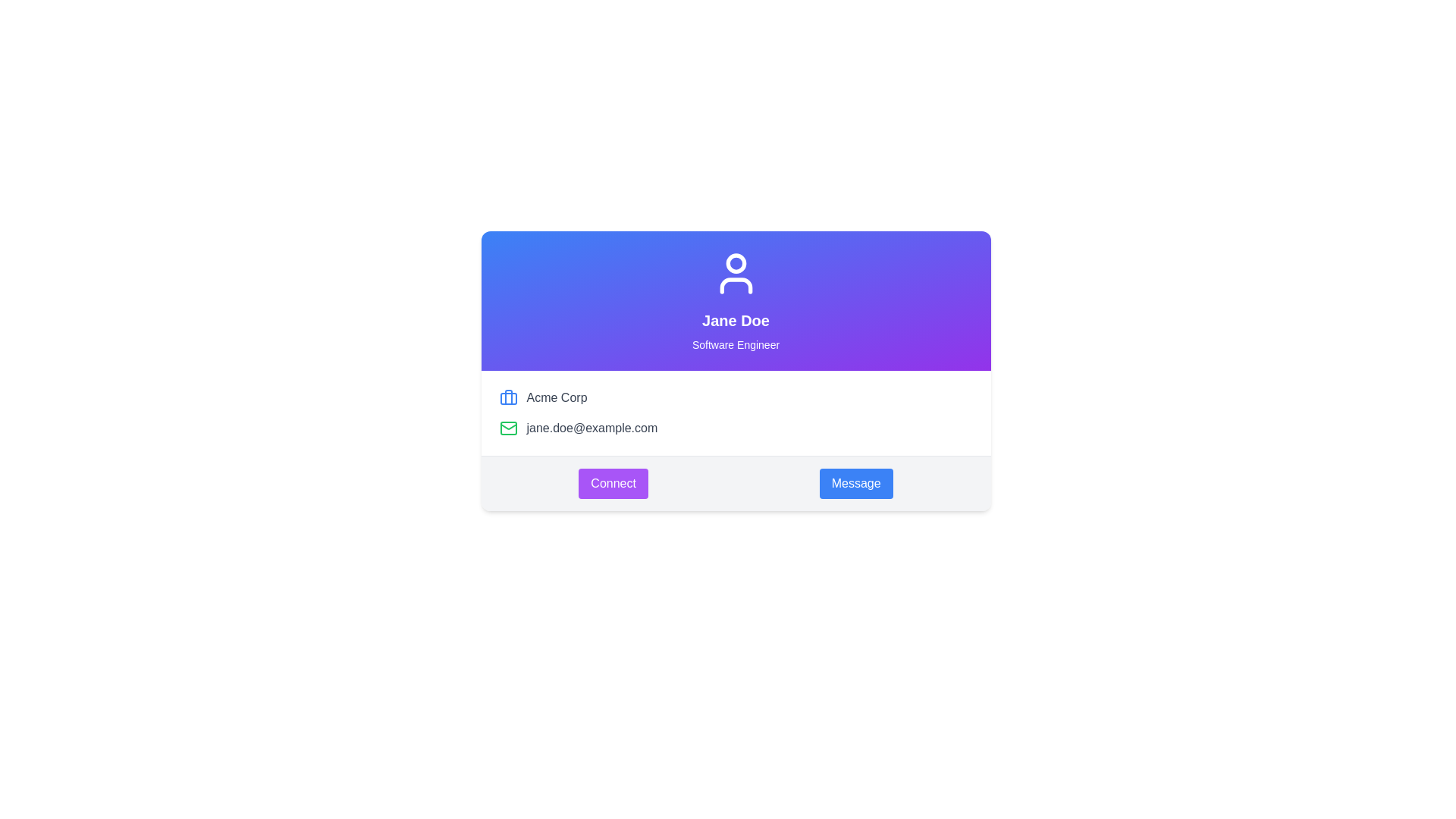 Image resolution: width=1456 pixels, height=819 pixels. What do you see at coordinates (736, 286) in the screenshot?
I see `the torso part of the SVG user icon, located at the bottom area of the avatar, which is centralized in the upper section of the card near the user's name and role` at bounding box center [736, 286].